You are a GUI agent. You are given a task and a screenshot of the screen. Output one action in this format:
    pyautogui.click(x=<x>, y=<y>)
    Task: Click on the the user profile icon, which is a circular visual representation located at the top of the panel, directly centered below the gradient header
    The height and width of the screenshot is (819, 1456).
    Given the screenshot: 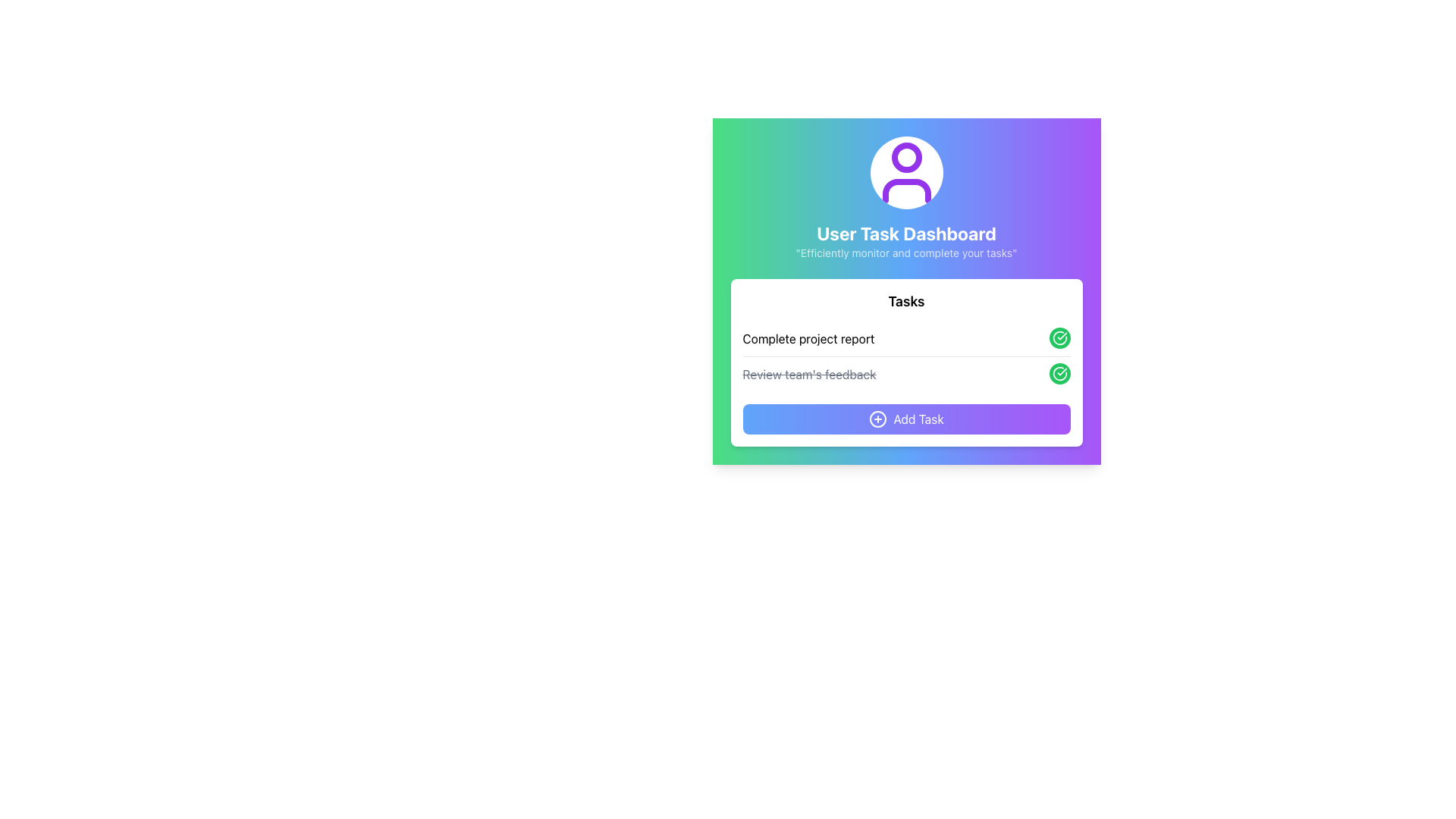 What is the action you would take?
    pyautogui.click(x=906, y=171)
    